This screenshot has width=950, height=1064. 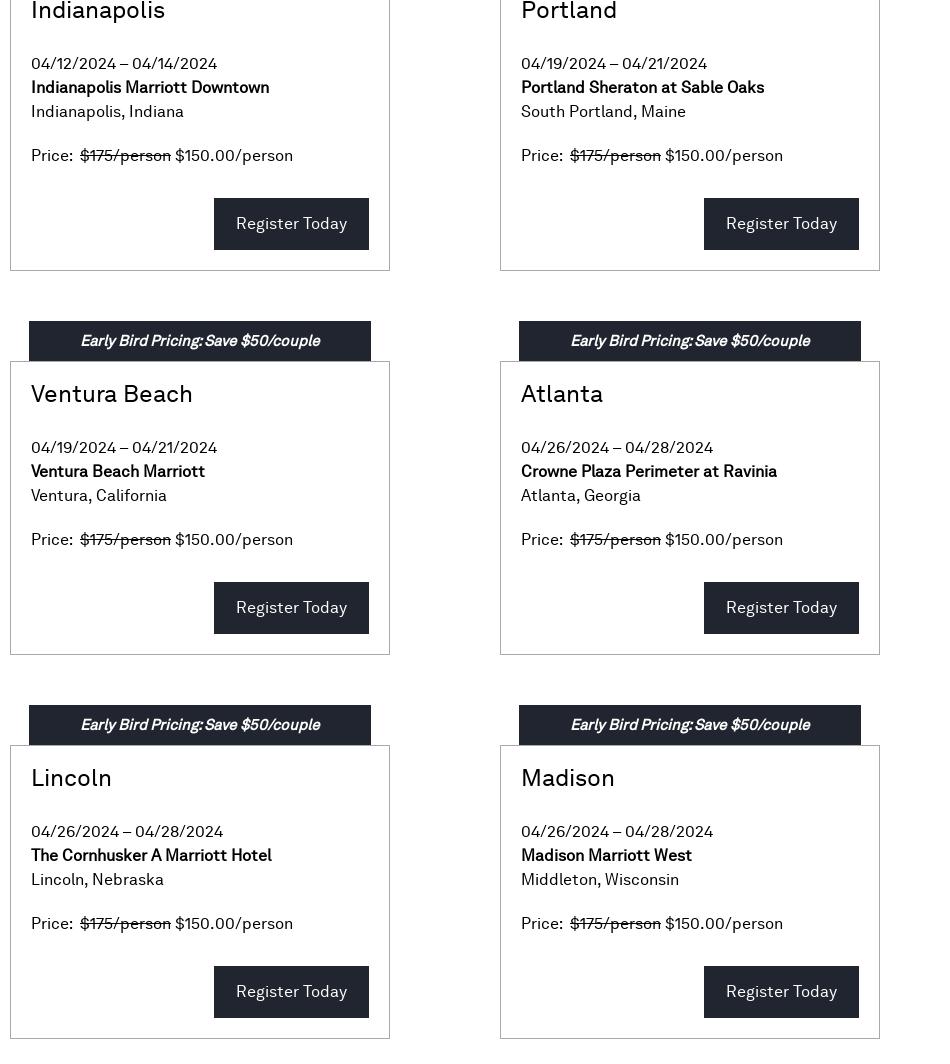 I want to click on 'Ventura Beach', so click(x=112, y=393).